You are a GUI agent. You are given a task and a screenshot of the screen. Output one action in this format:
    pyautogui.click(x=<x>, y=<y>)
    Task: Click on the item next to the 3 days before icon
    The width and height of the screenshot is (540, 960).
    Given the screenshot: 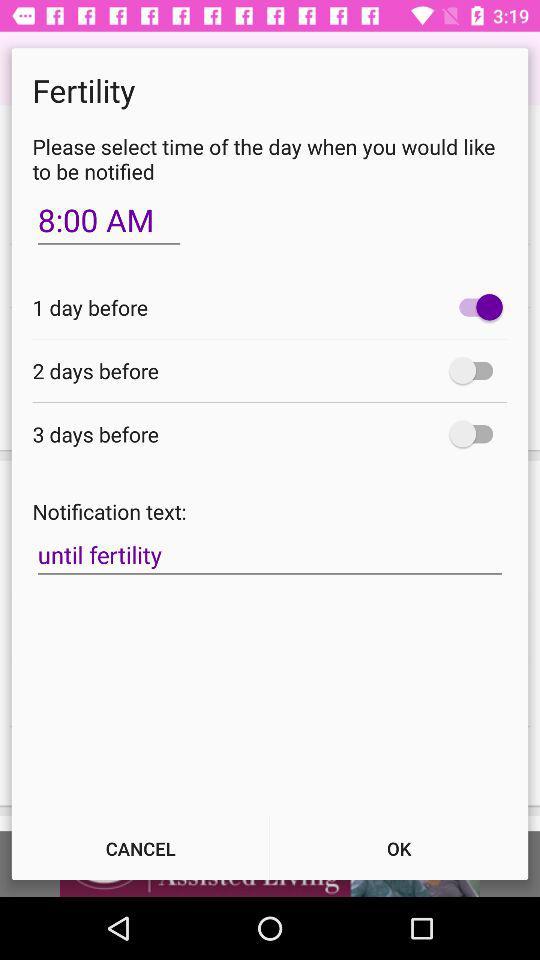 What is the action you would take?
    pyautogui.click(x=475, y=434)
    